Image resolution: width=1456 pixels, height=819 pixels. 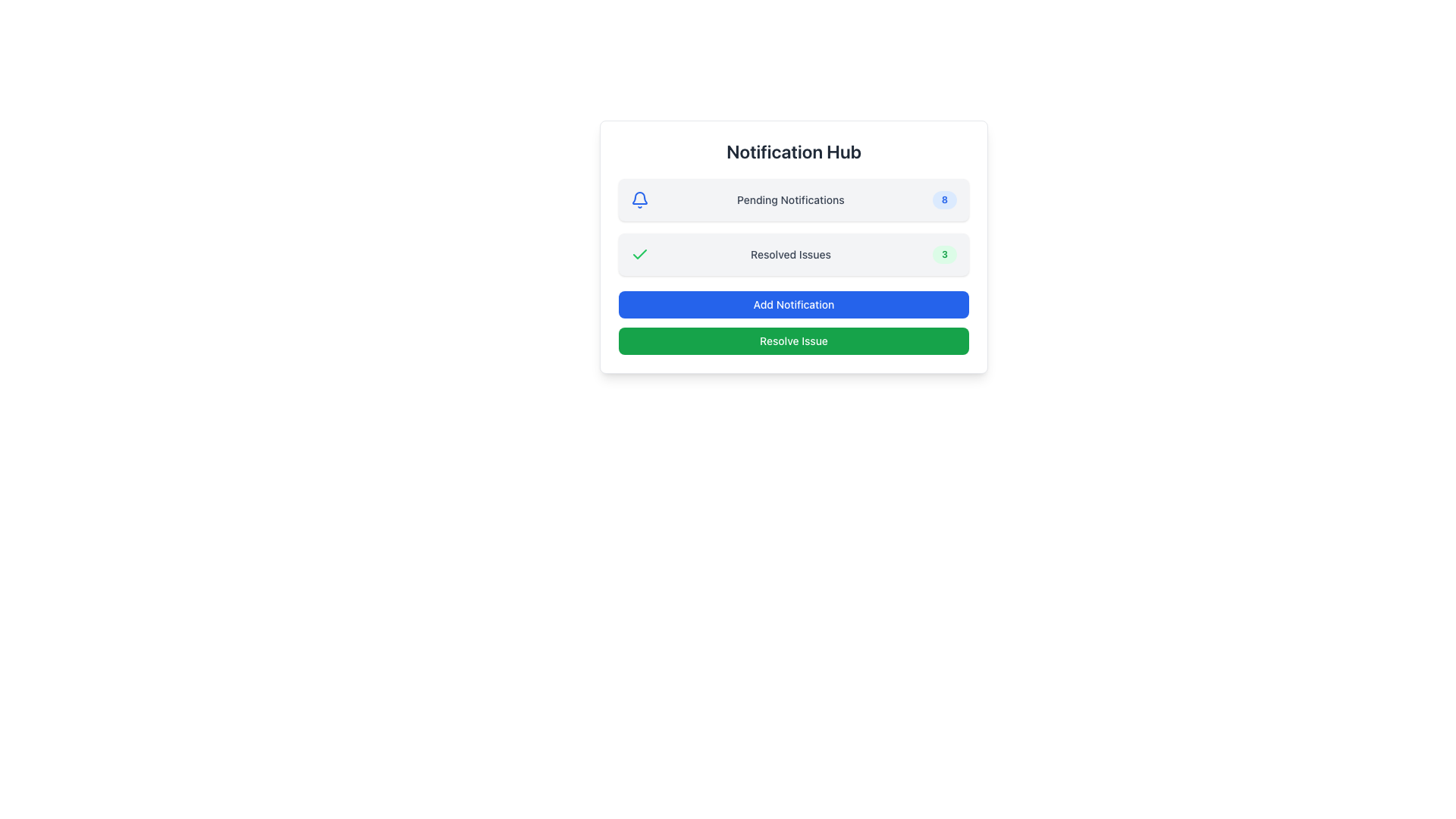 I want to click on the Badge or Label that indicates the number of resolved issues, located at the top-right corner of the 'Resolved Issues' section, so click(x=943, y=253).